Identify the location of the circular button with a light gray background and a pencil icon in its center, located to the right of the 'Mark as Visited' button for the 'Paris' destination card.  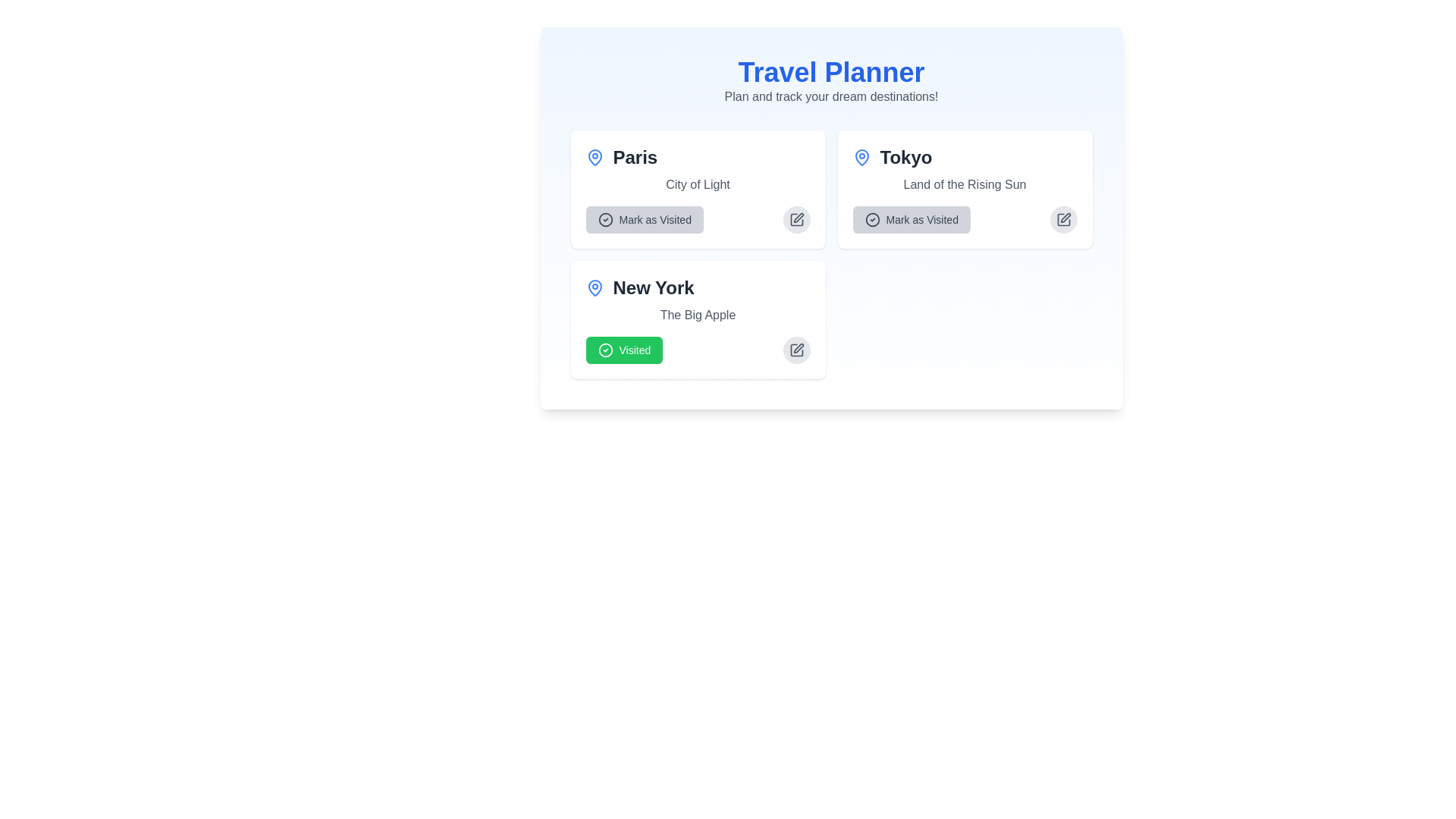
(795, 219).